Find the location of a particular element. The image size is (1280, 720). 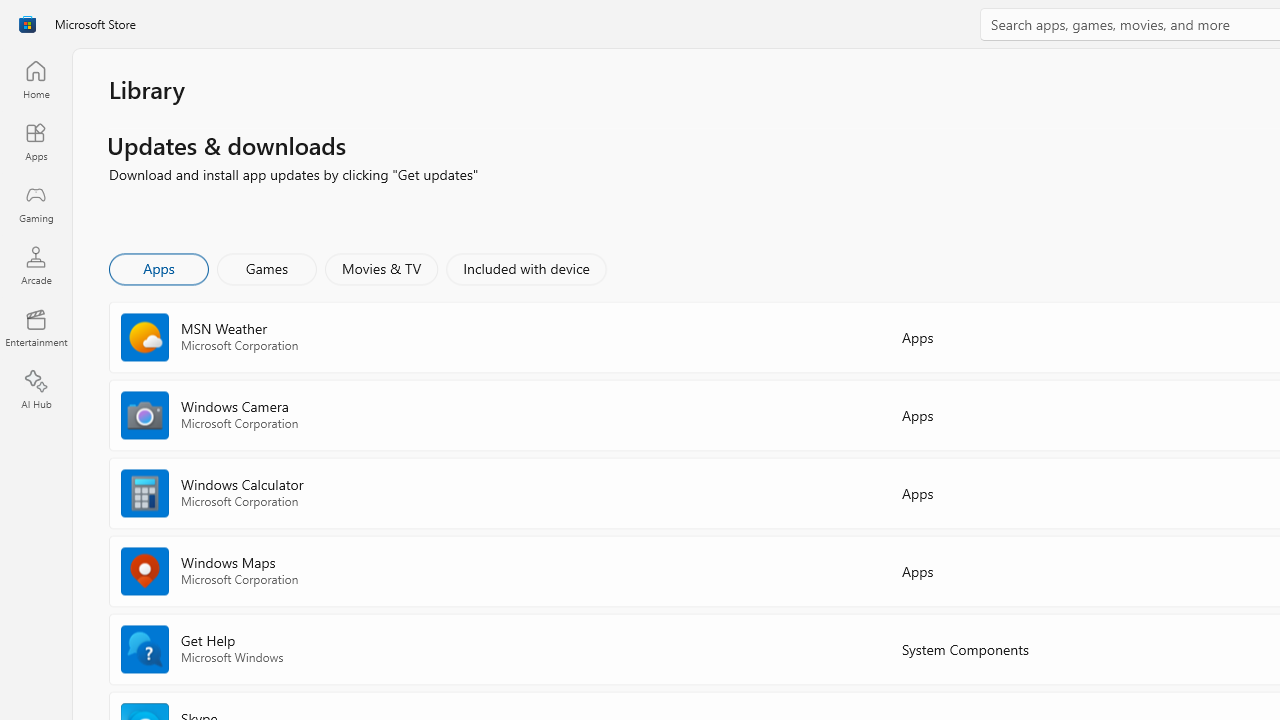

'Movies & TV' is located at coordinates (381, 267).